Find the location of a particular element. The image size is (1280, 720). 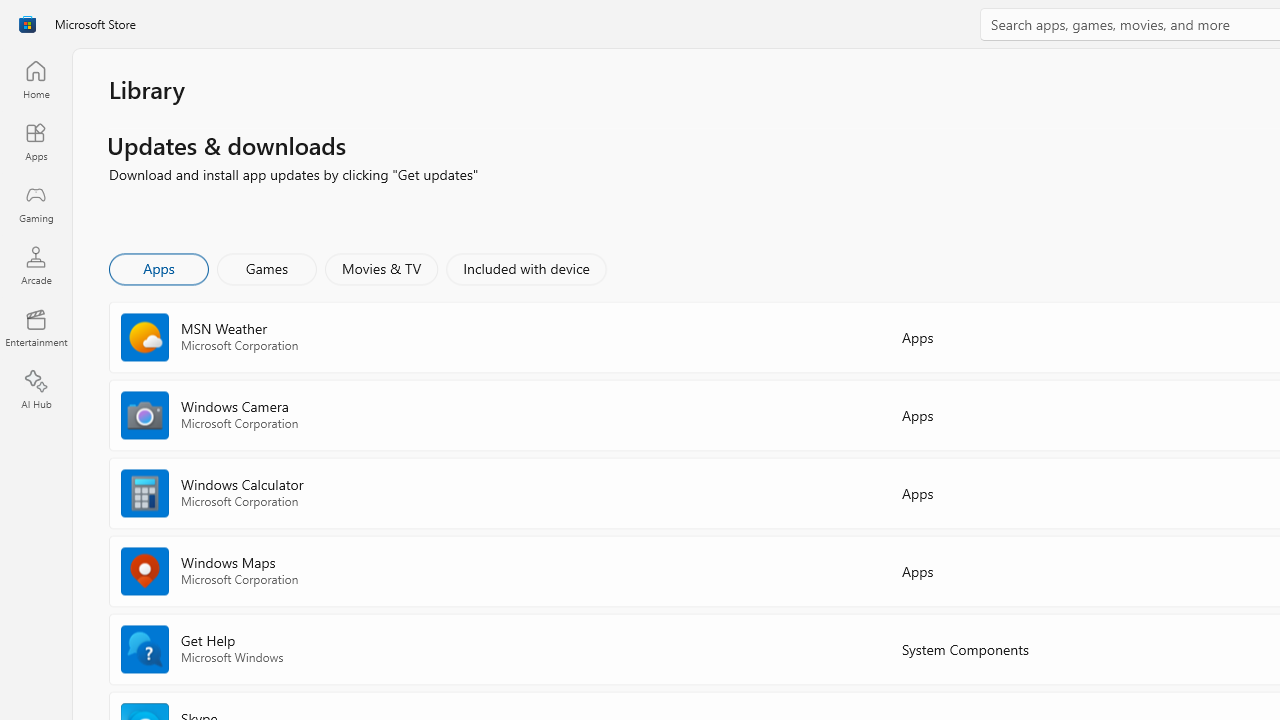

'Movies & TV' is located at coordinates (381, 267).